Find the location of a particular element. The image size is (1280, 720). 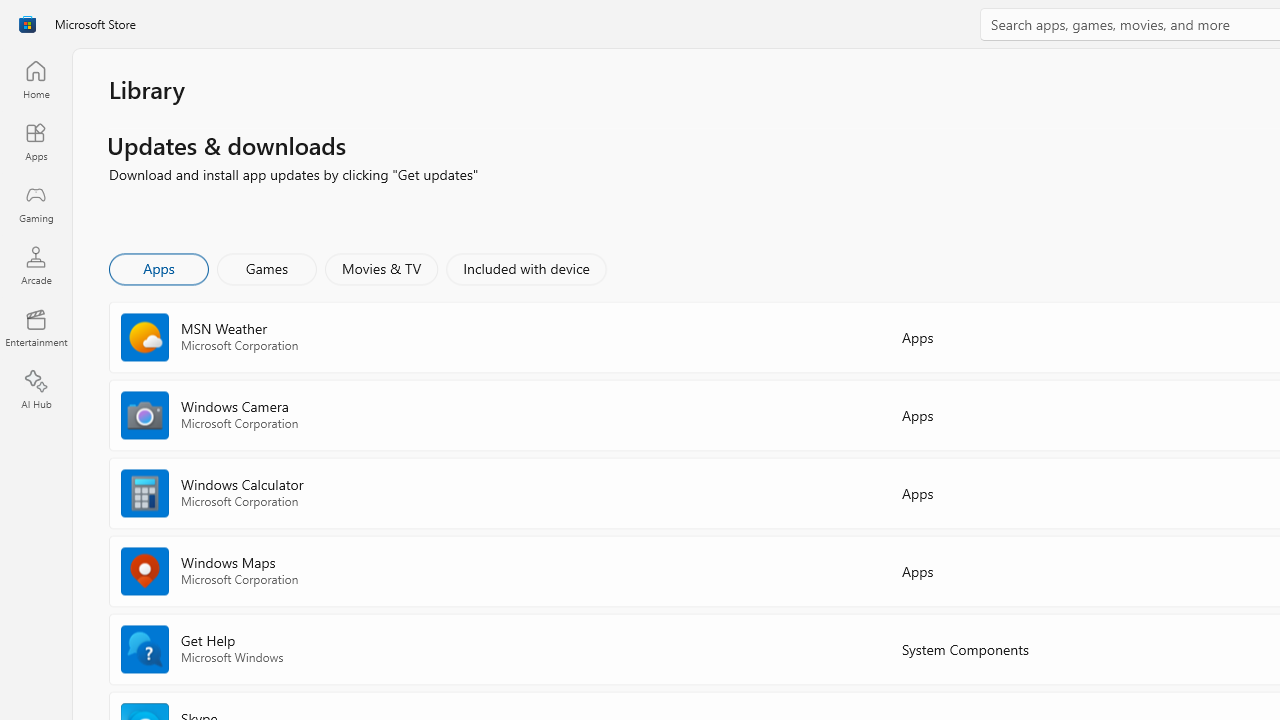

'Movies & TV' is located at coordinates (381, 267).